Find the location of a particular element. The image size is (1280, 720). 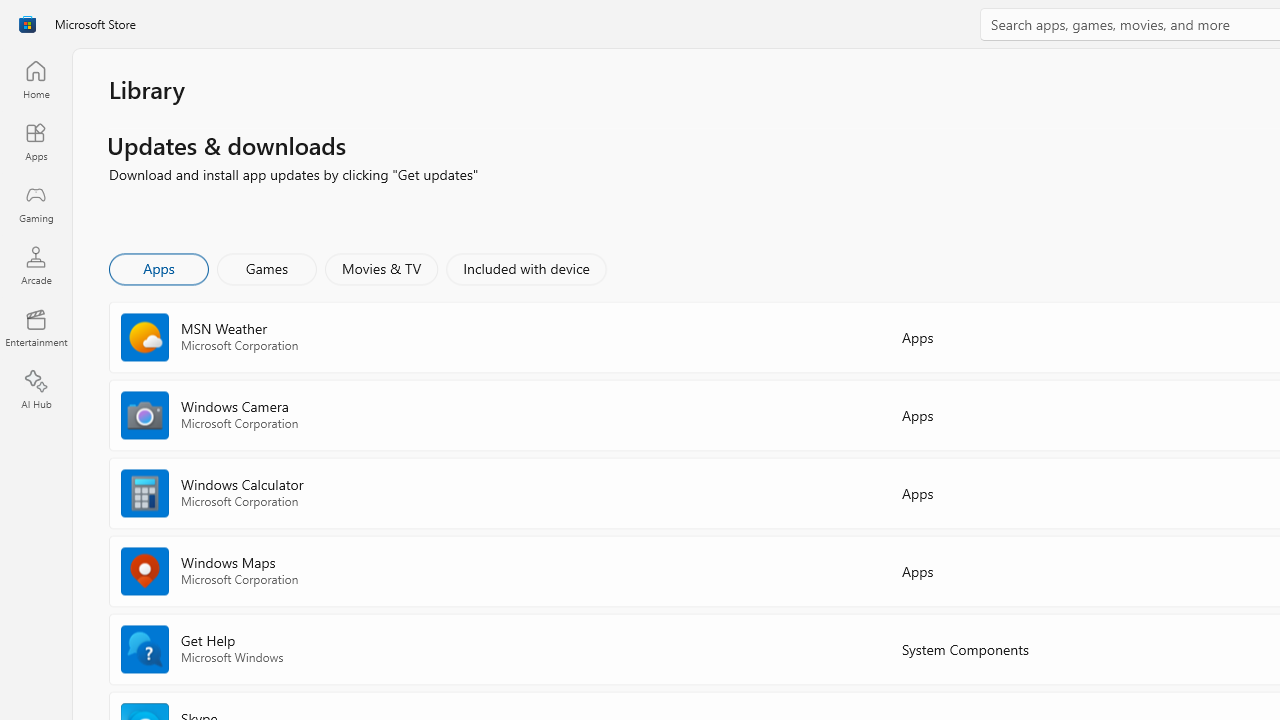

'Movies & TV' is located at coordinates (381, 267).